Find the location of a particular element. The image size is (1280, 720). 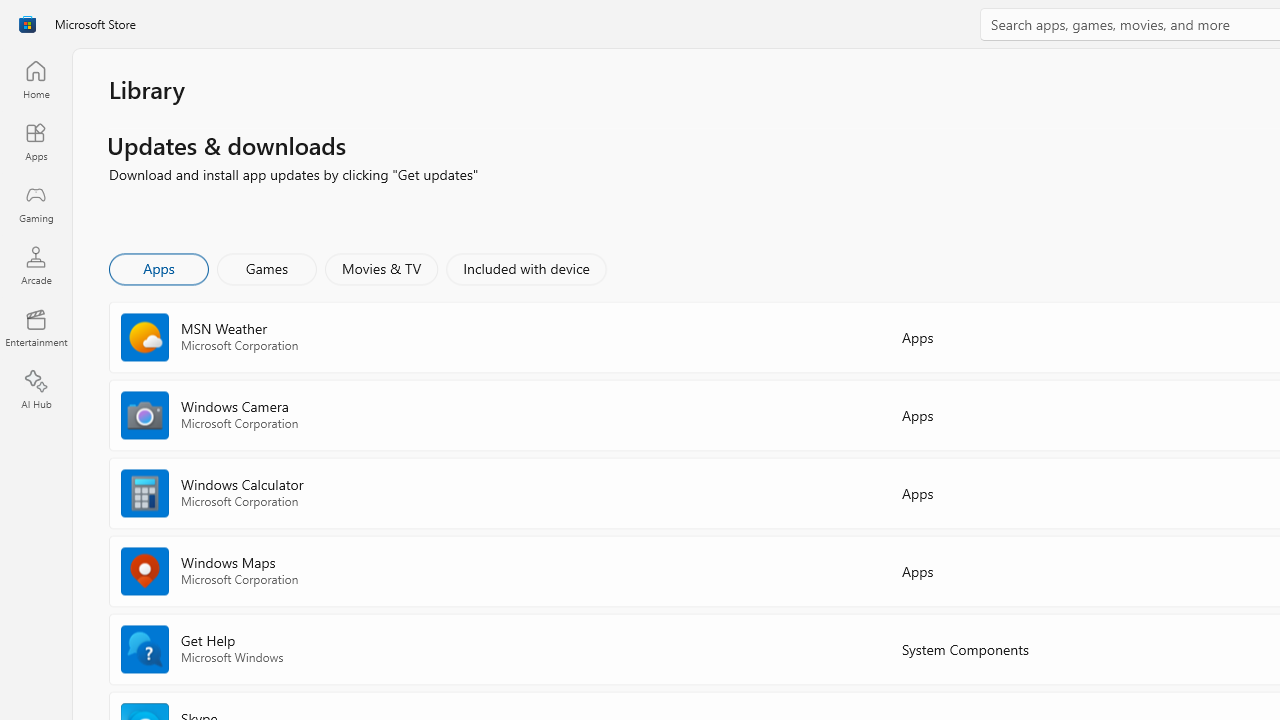

'Movies & TV' is located at coordinates (381, 267).